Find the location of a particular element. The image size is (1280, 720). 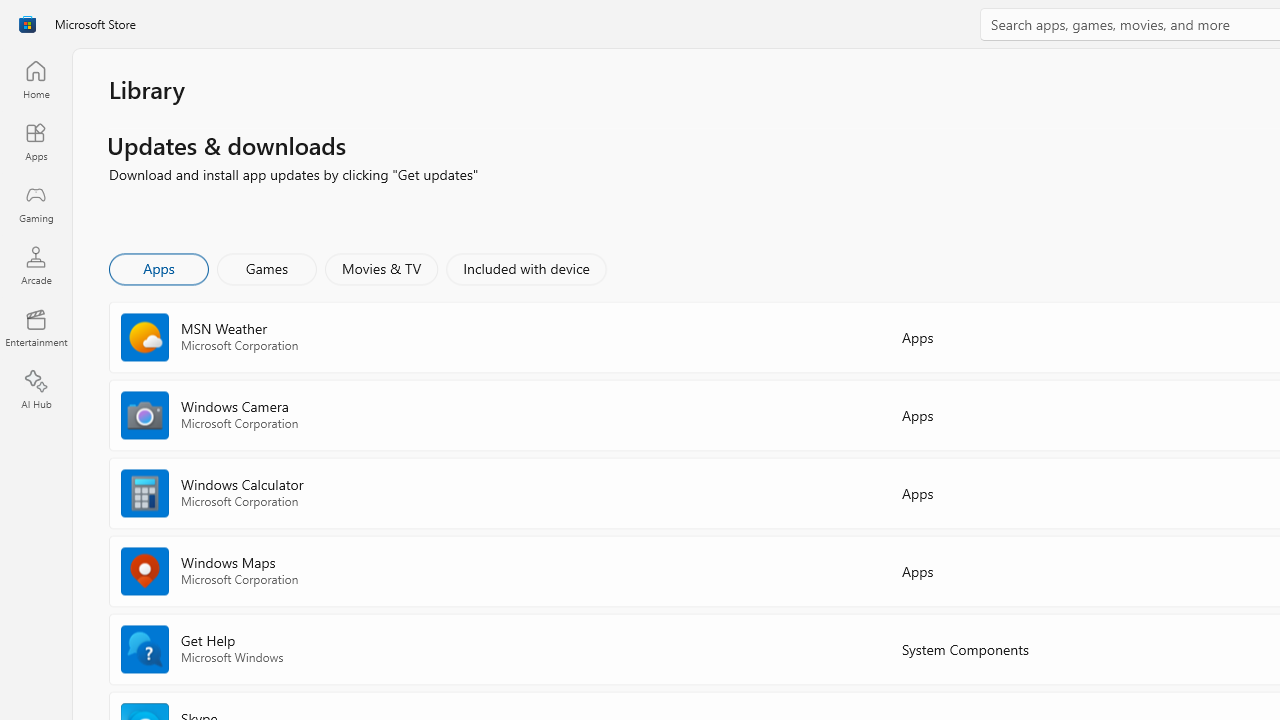

'Movies & TV' is located at coordinates (381, 267).